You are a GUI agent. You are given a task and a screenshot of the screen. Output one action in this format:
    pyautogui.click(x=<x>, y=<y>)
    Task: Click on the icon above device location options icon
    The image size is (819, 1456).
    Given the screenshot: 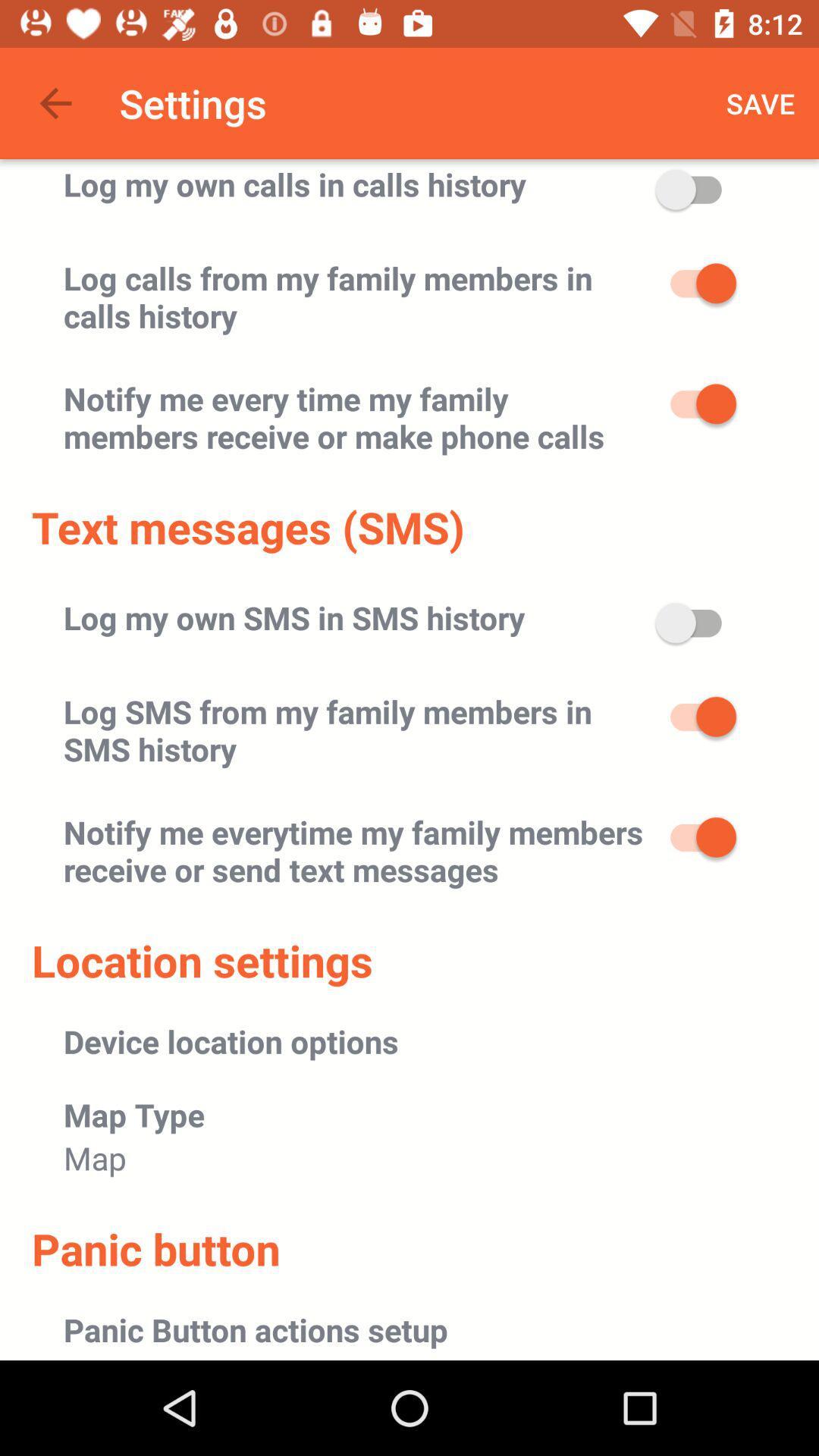 What is the action you would take?
    pyautogui.click(x=201, y=959)
    